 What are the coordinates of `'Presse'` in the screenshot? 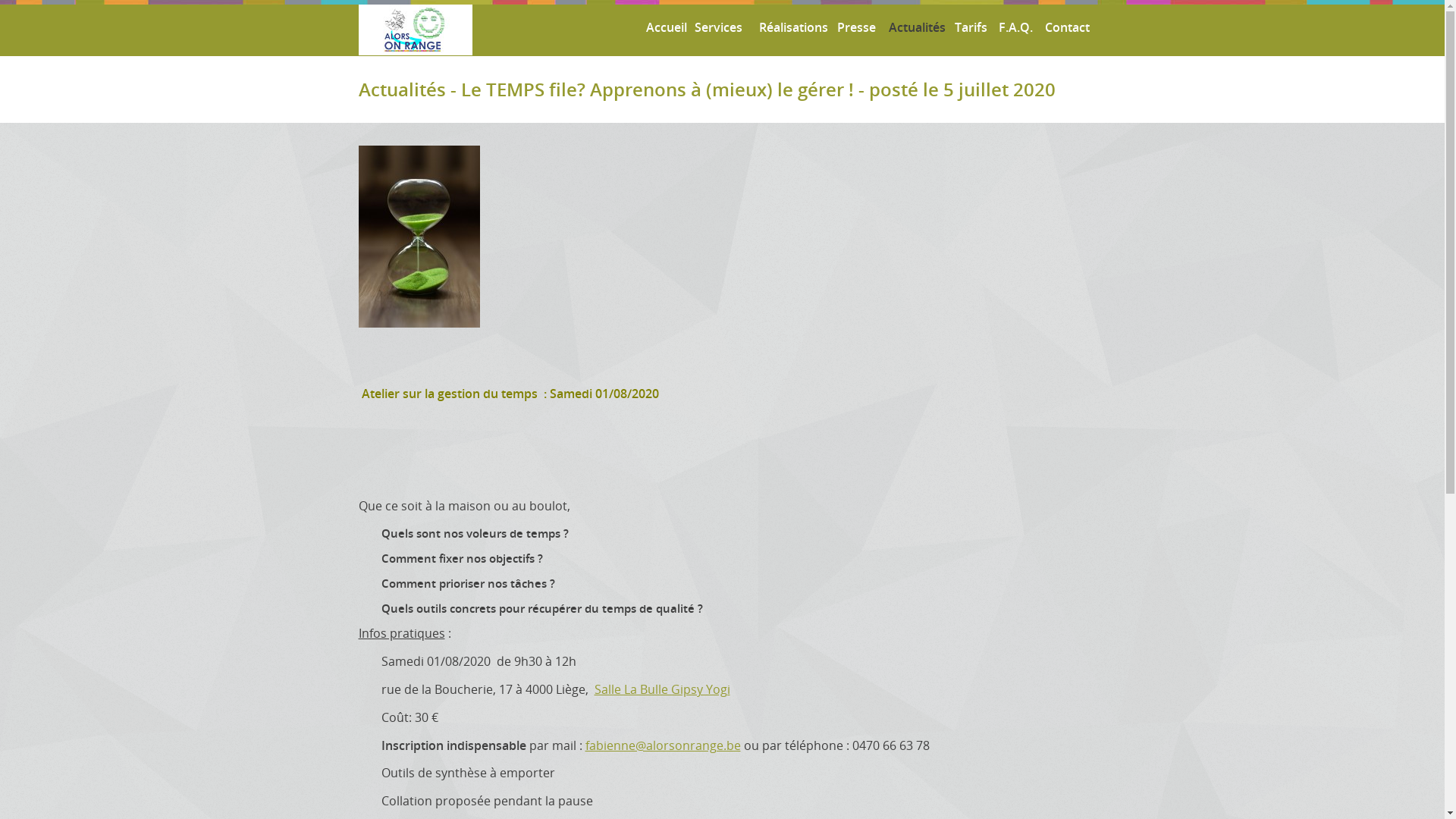 It's located at (853, 27).